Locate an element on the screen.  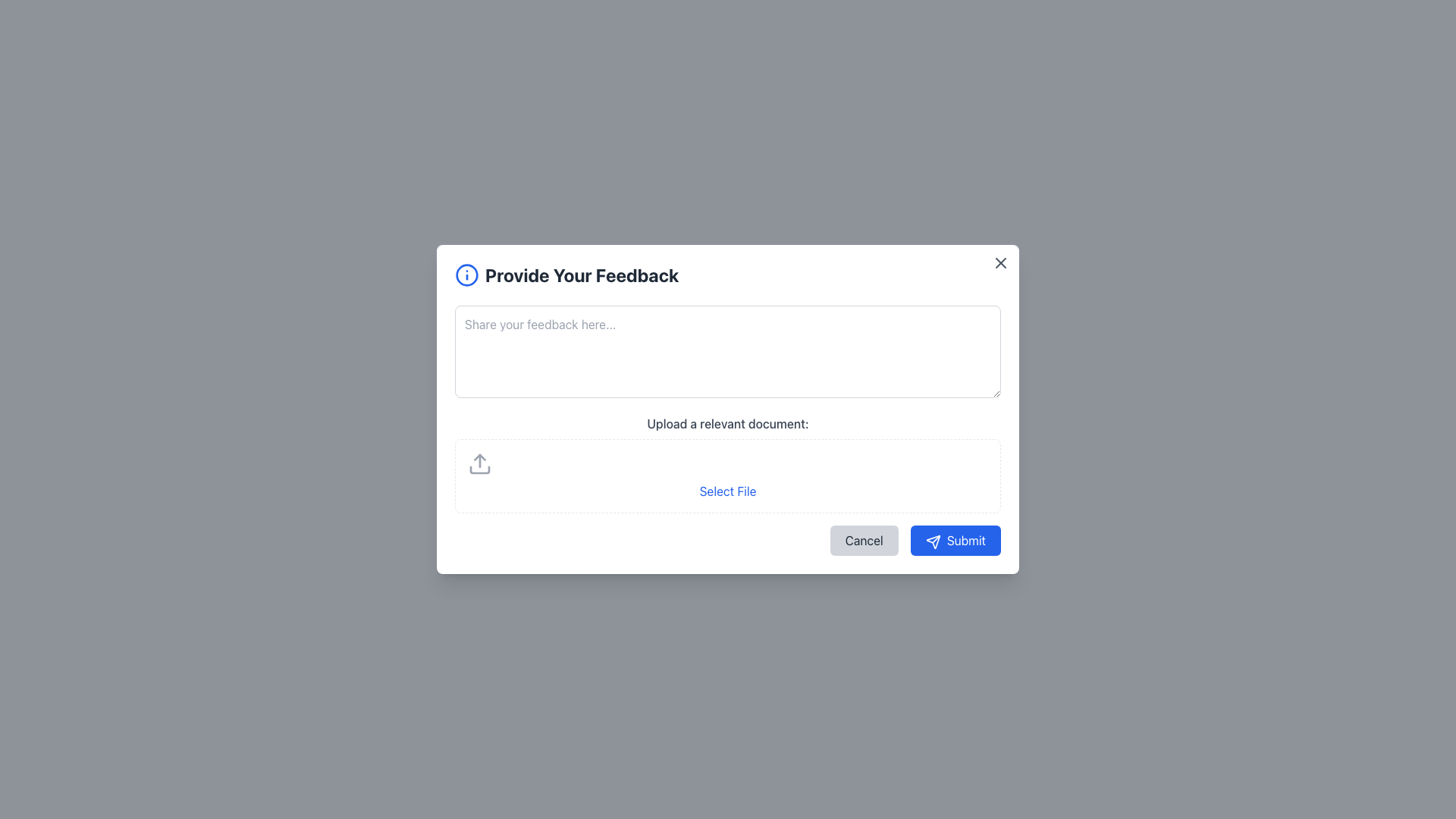
the 'Cancel' button located at the bottom-right corner of the 'Provide Your Feedback' modal is located at coordinates (864, 540).